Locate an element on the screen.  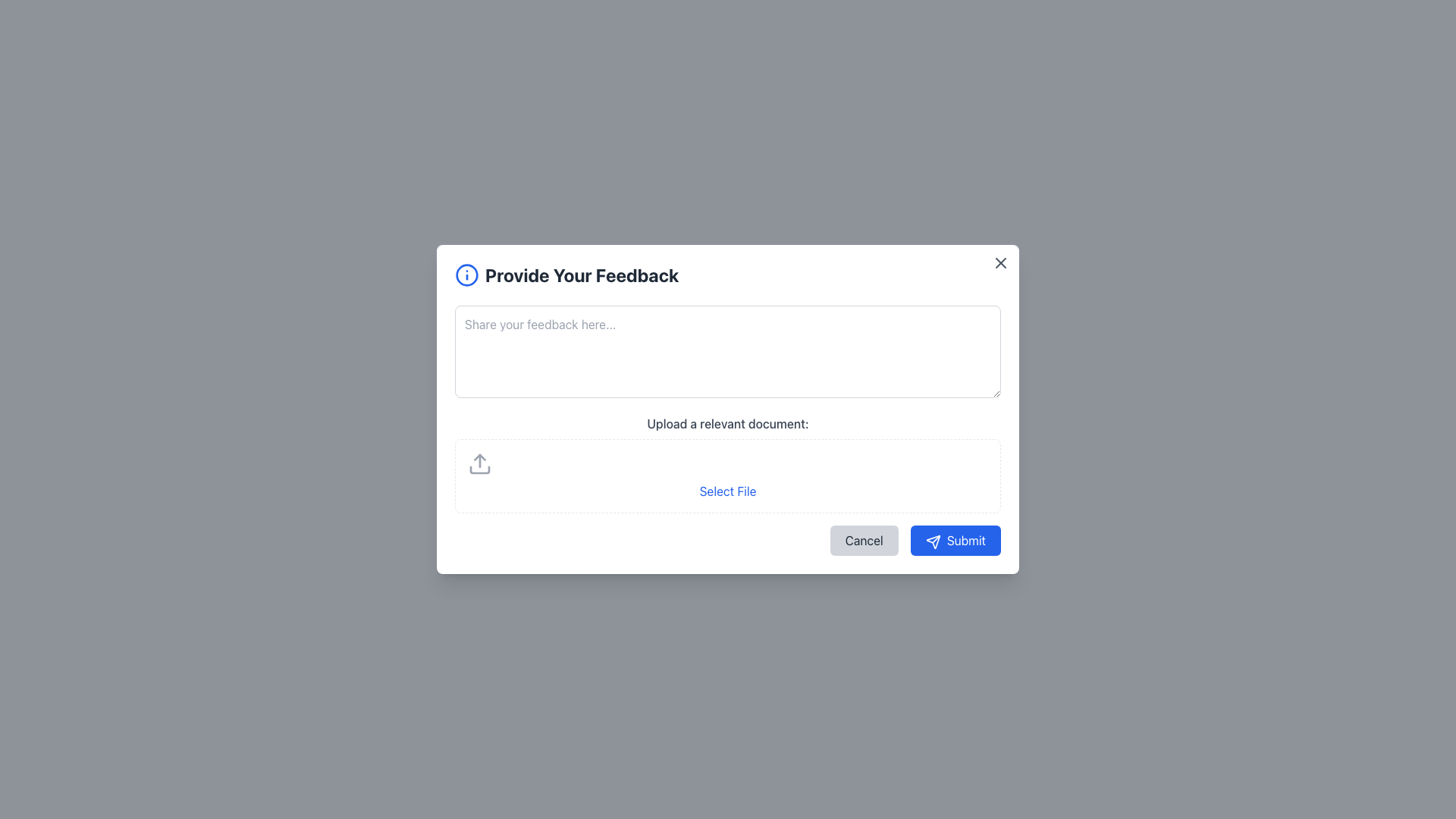
the 'Cancel' button located at the bottom-right corner of the 'Provide Your Feedback' modal is located at coordinates (864, 540).